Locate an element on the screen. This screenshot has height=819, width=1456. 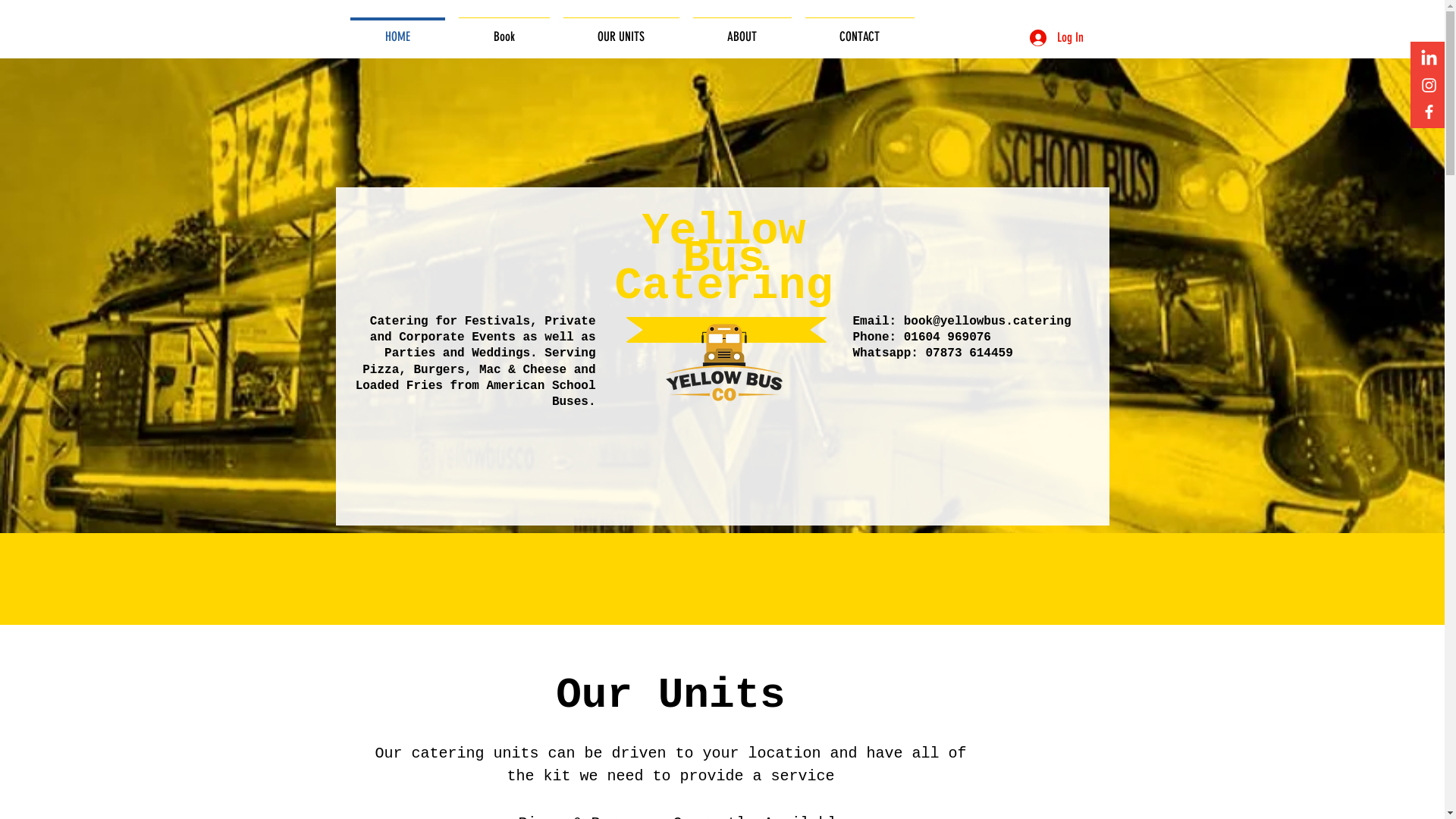
'Log In' is located at coordinates (1019, 37).